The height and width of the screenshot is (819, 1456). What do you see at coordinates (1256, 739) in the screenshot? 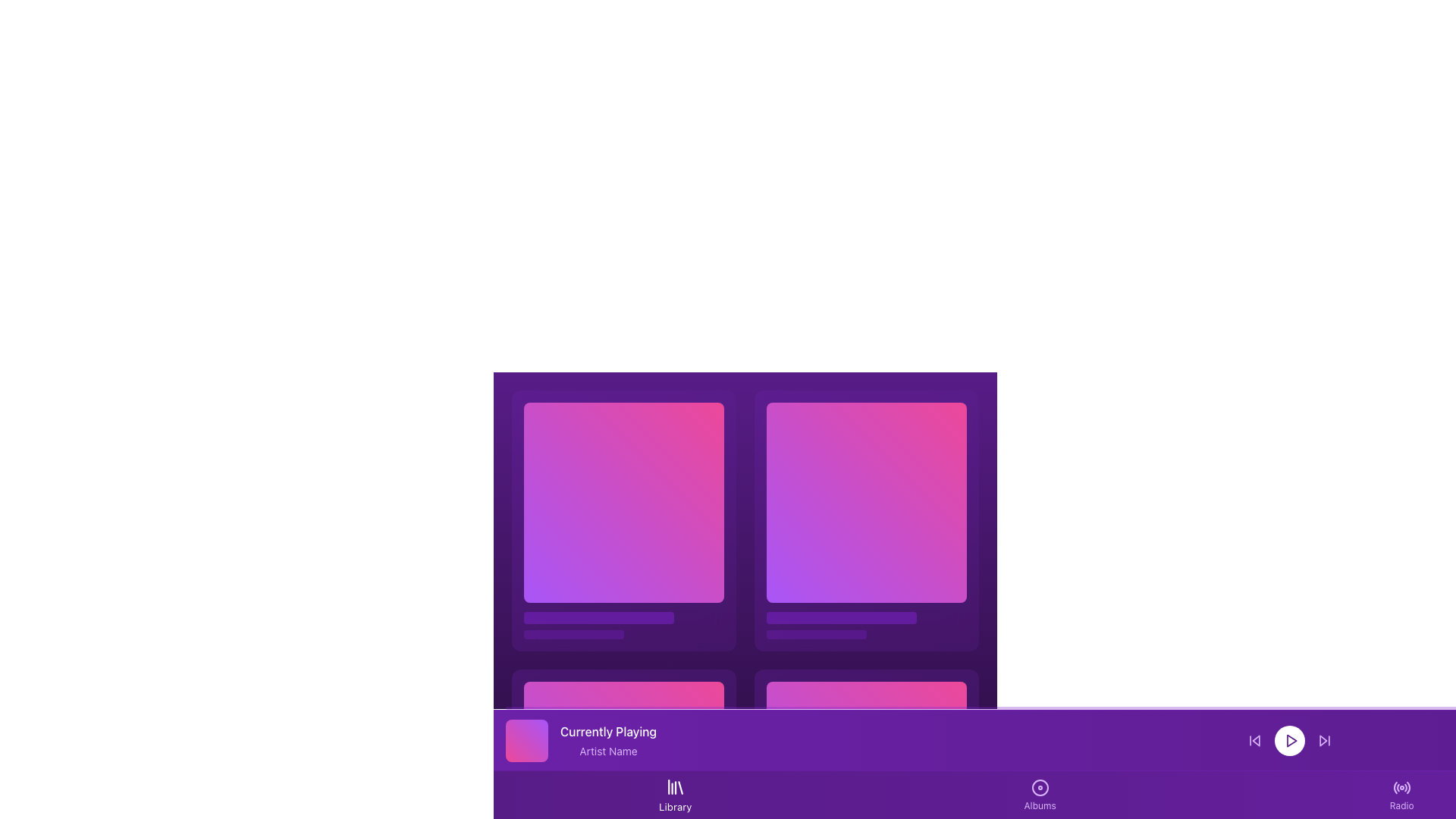
I see `the triangular arrow pointing to the left, which resembles a skip-backward icon located in the lower control bar, to the left of the circular play button` at bounding box center [1256, 739].